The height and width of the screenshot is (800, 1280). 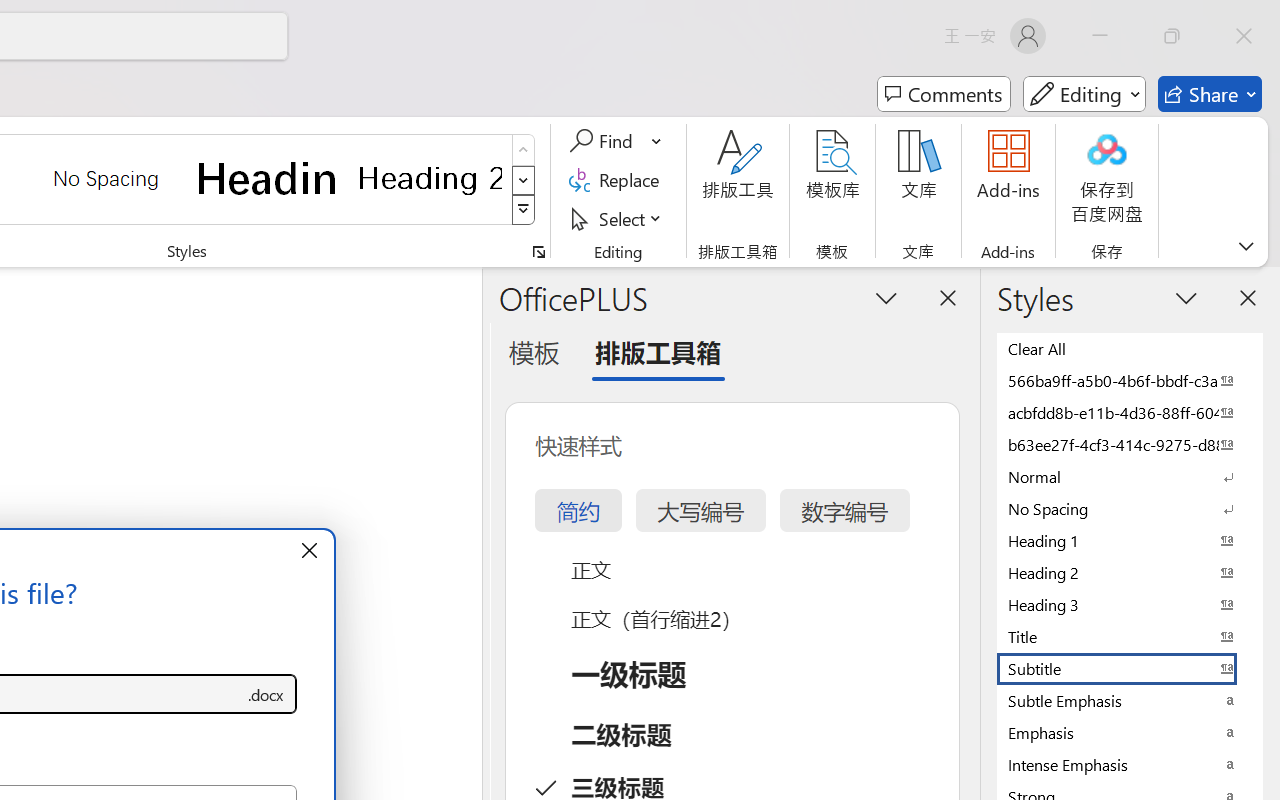 I want to click on 'Title', so click(x=1130, y=635).